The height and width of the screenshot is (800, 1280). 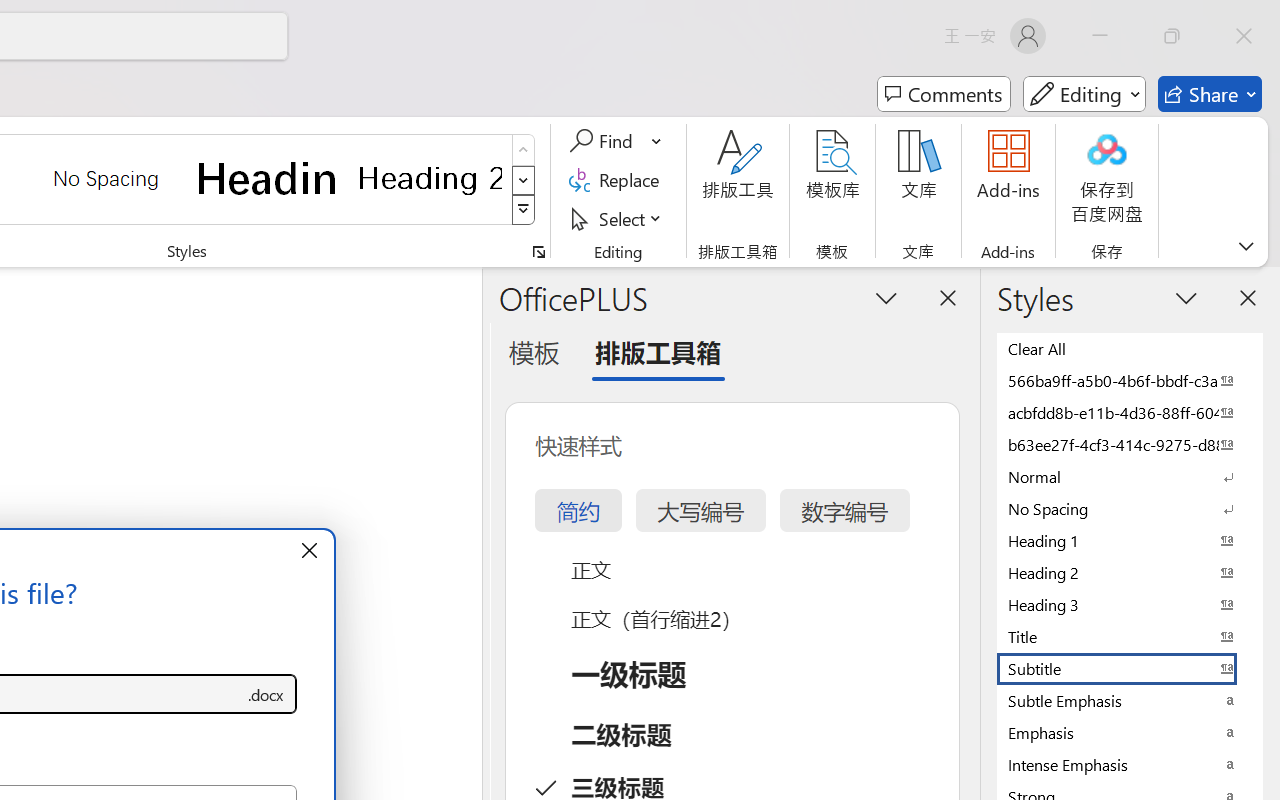 I want to click on 'Title', so click(x=1130, y=635).